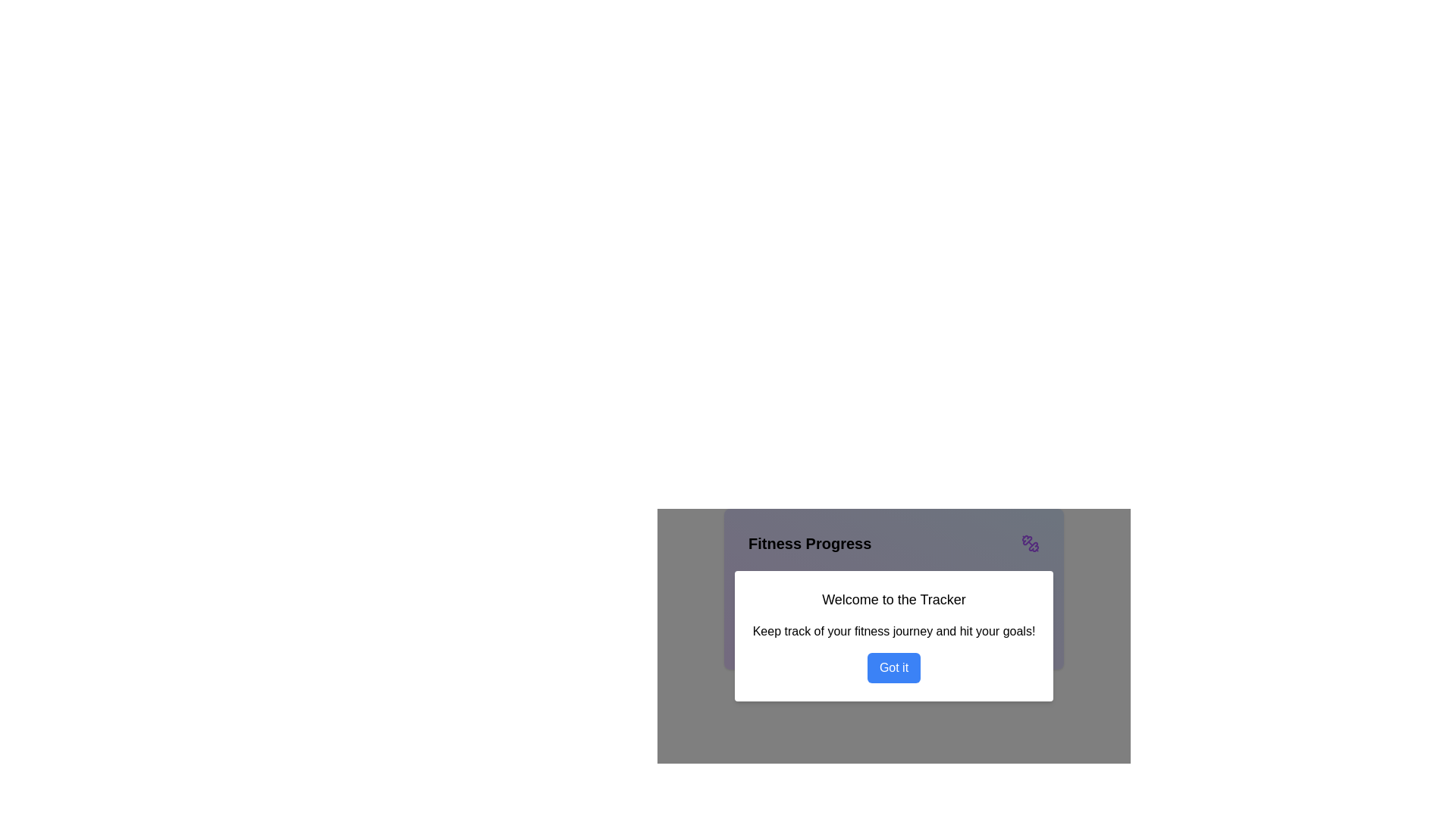  What do you see at coordinates (809, 543) in the screenshot?
I see `the text label displaying 'Fitness Progress', which is styled in a large, bold sans-serif font and positioned against a darker background` at bounding box center [809, 543].